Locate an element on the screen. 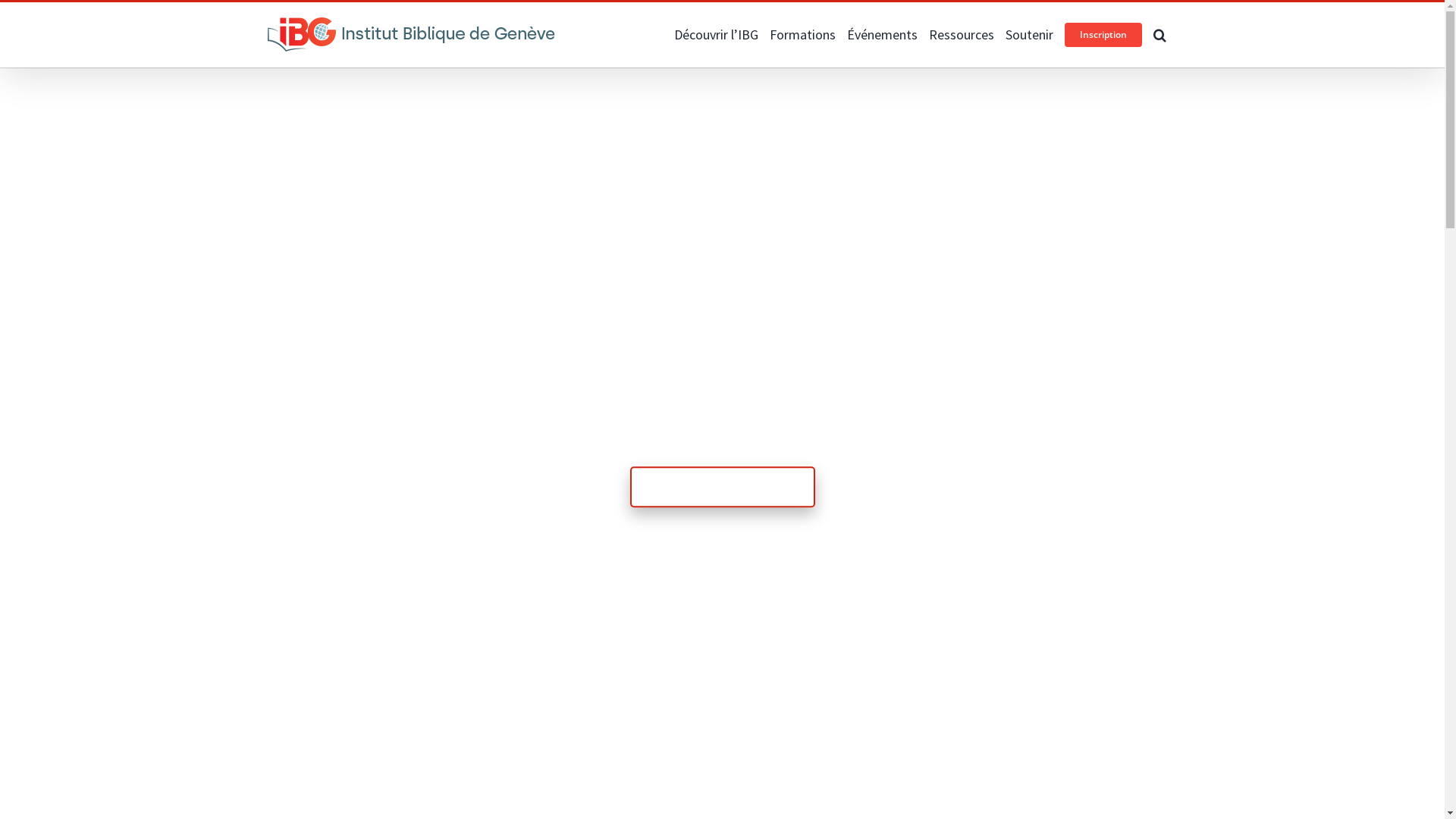 This screenshot has width=1456, height=819. 'Facebook' is located at coordinates (273, 17).